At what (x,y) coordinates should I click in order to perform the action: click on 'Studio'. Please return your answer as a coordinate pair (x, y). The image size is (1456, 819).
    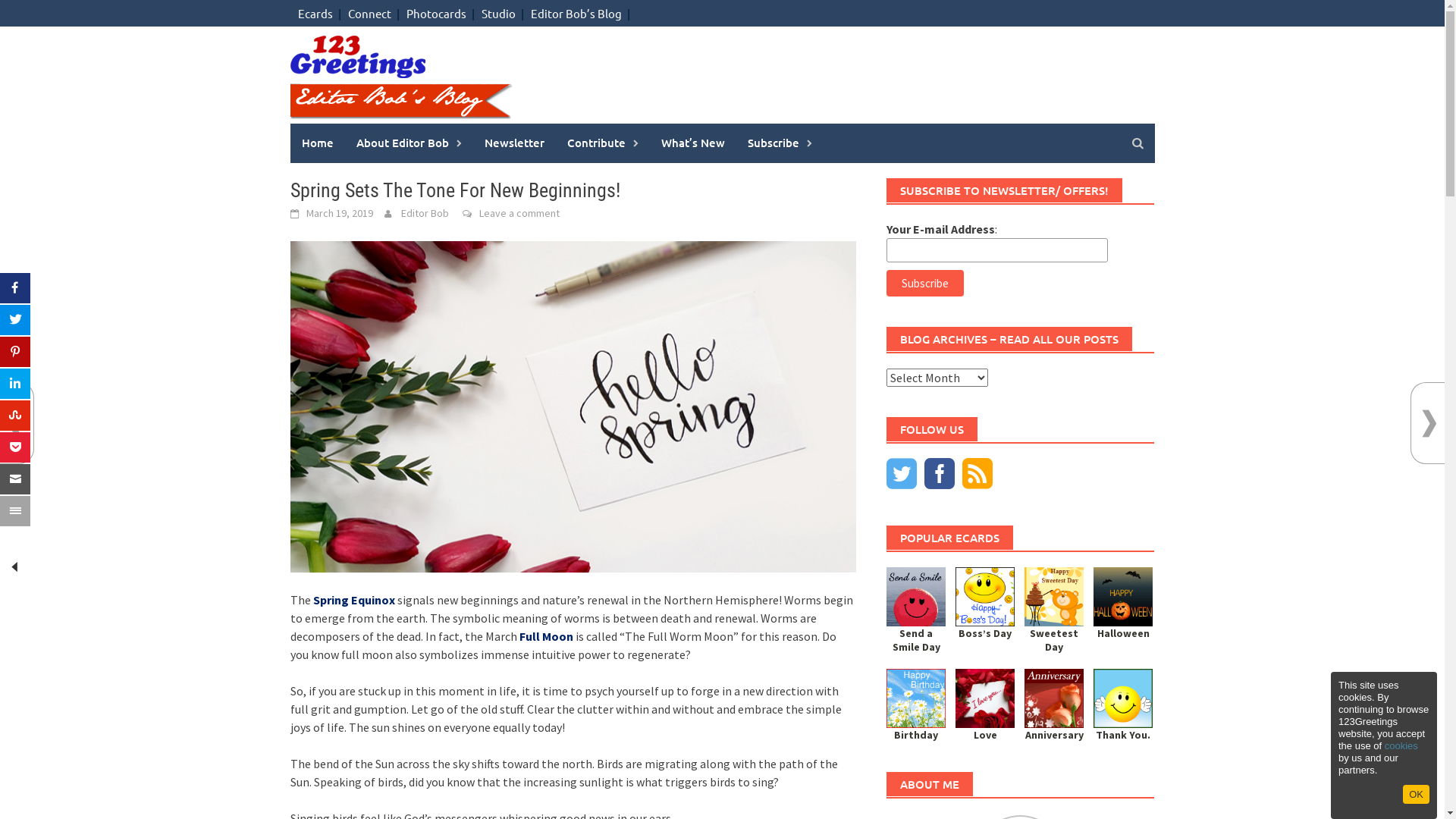
    Looking at the image, I should click on (472, 13).